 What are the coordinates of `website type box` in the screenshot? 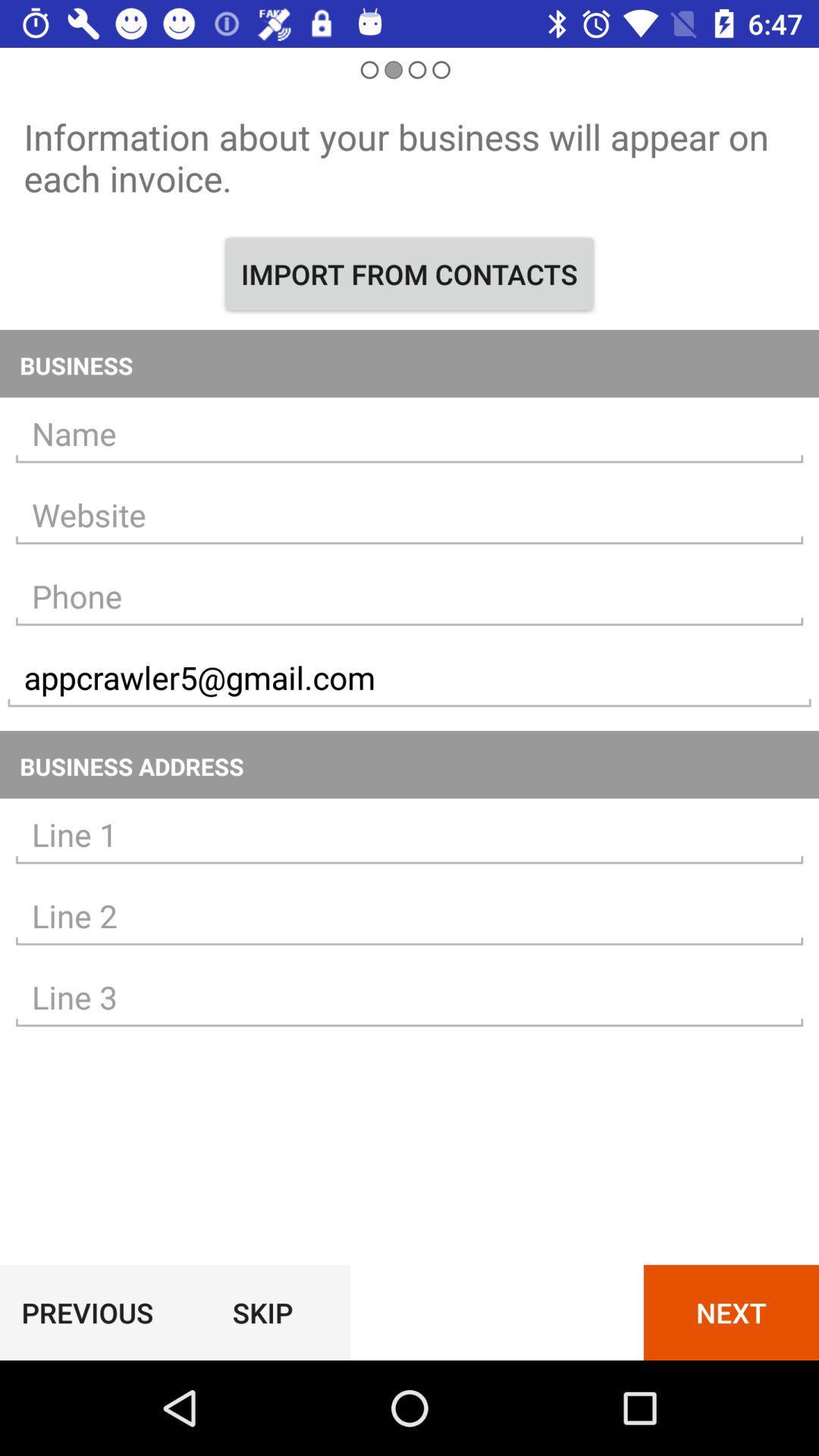 It's located at (409, 515).